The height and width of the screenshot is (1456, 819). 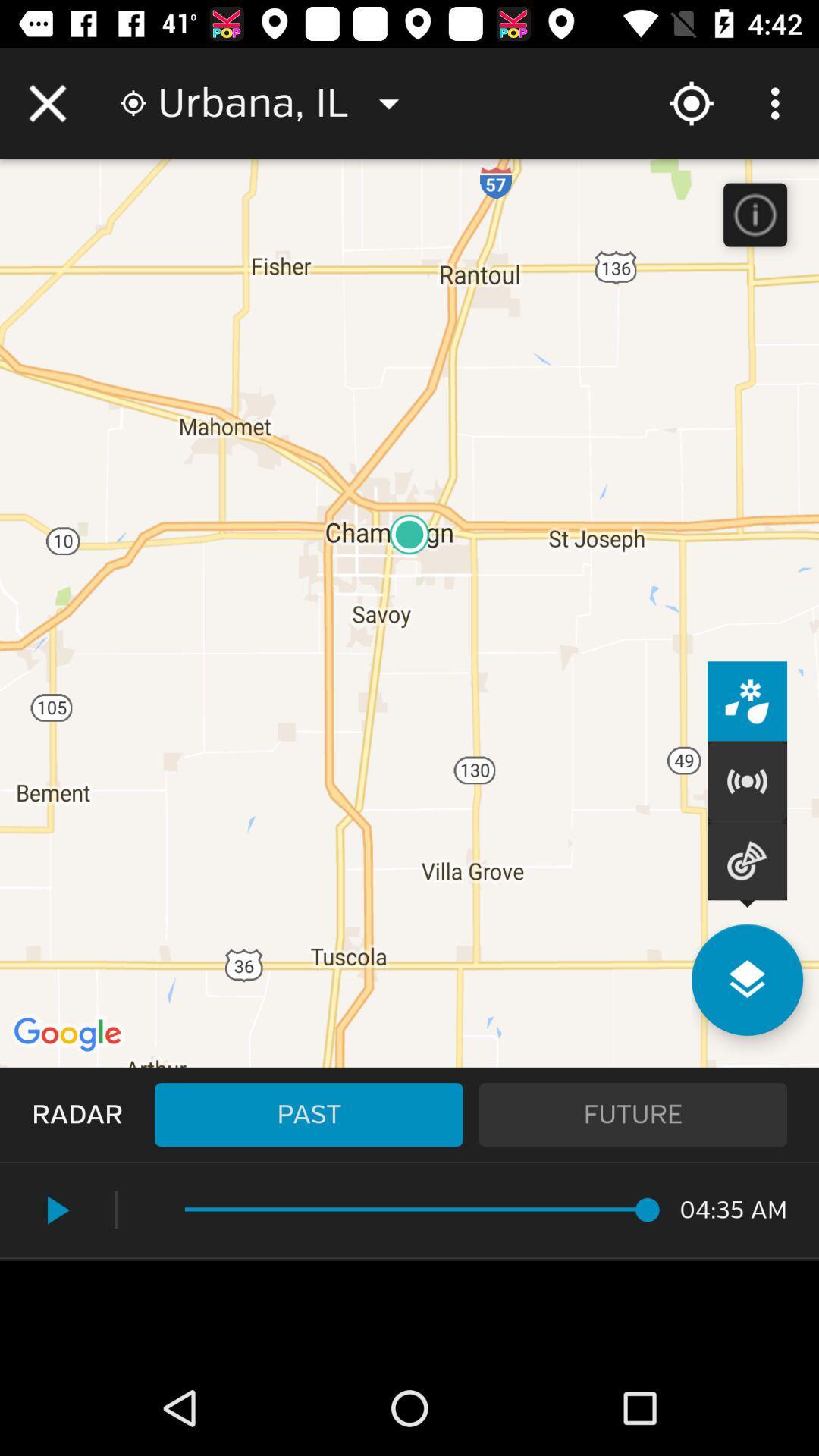 What do you see at coordinates (55, 1210) in the screenshot?
I see `the icon next to the |` at bounding box center [55, 1210].